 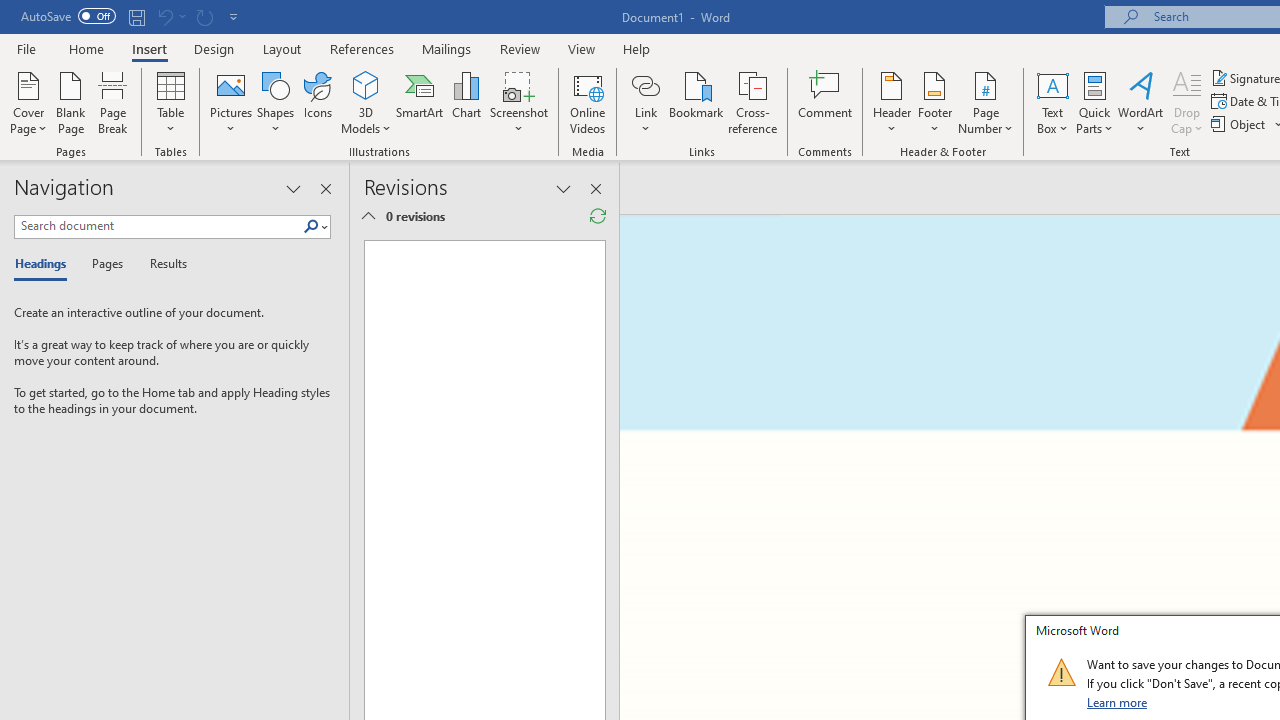 I want to click on 'Bookmark...', so click(x=696, y=103).